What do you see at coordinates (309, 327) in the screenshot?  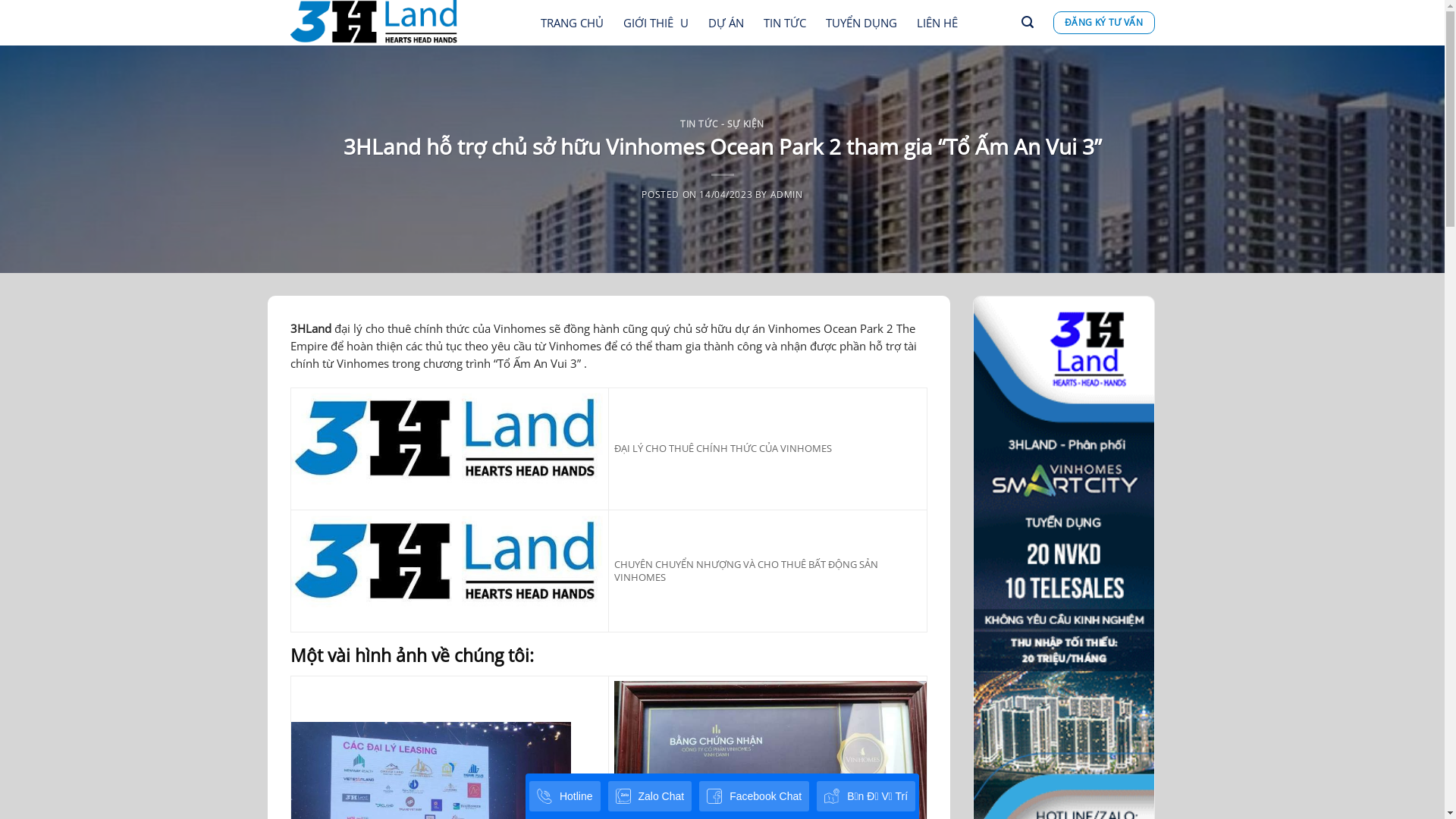 I see `'3HLand'` at bounding box center [309, 327].